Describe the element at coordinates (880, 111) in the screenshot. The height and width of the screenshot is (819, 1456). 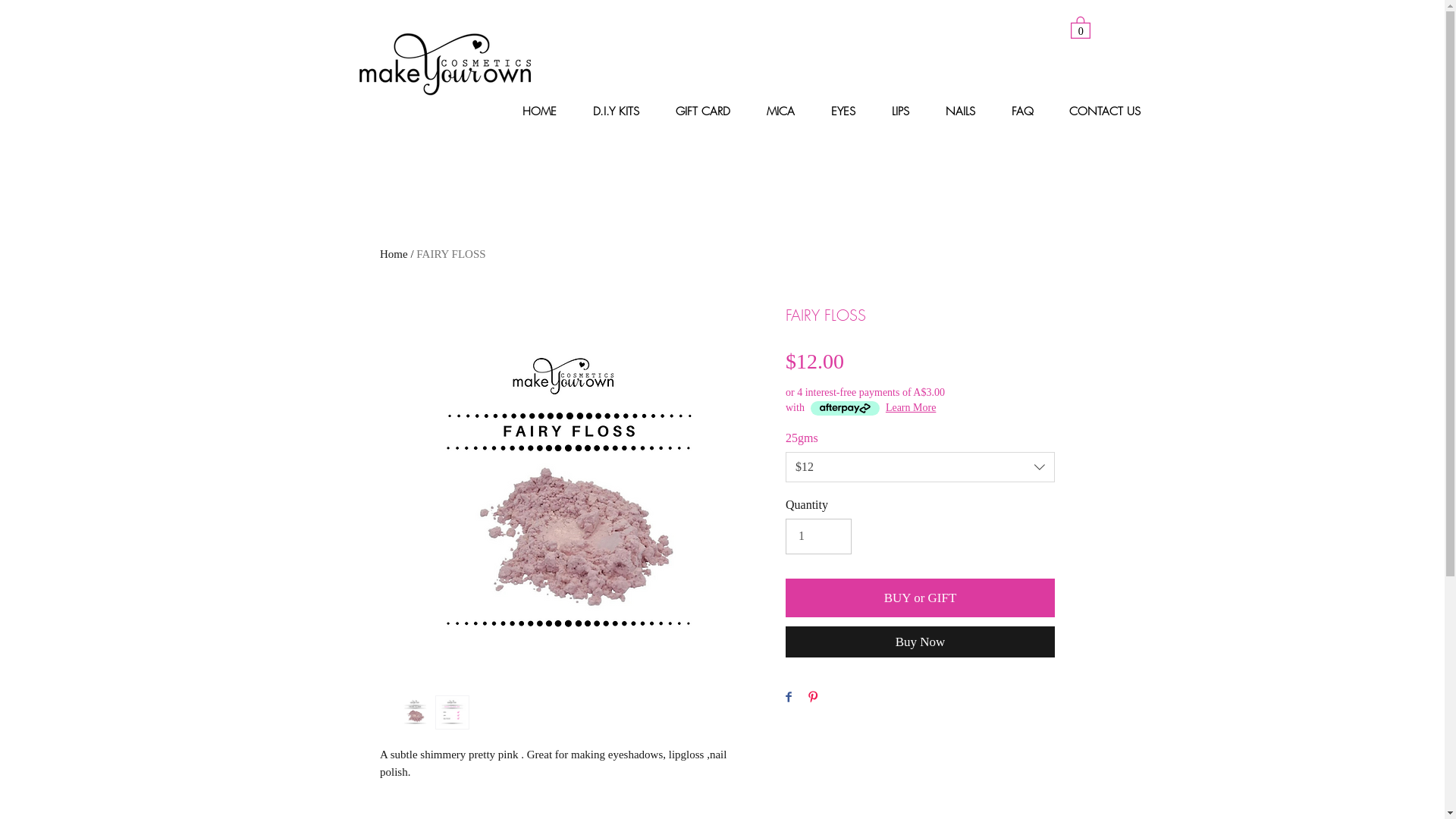
I see `'LIPS'` at that location.